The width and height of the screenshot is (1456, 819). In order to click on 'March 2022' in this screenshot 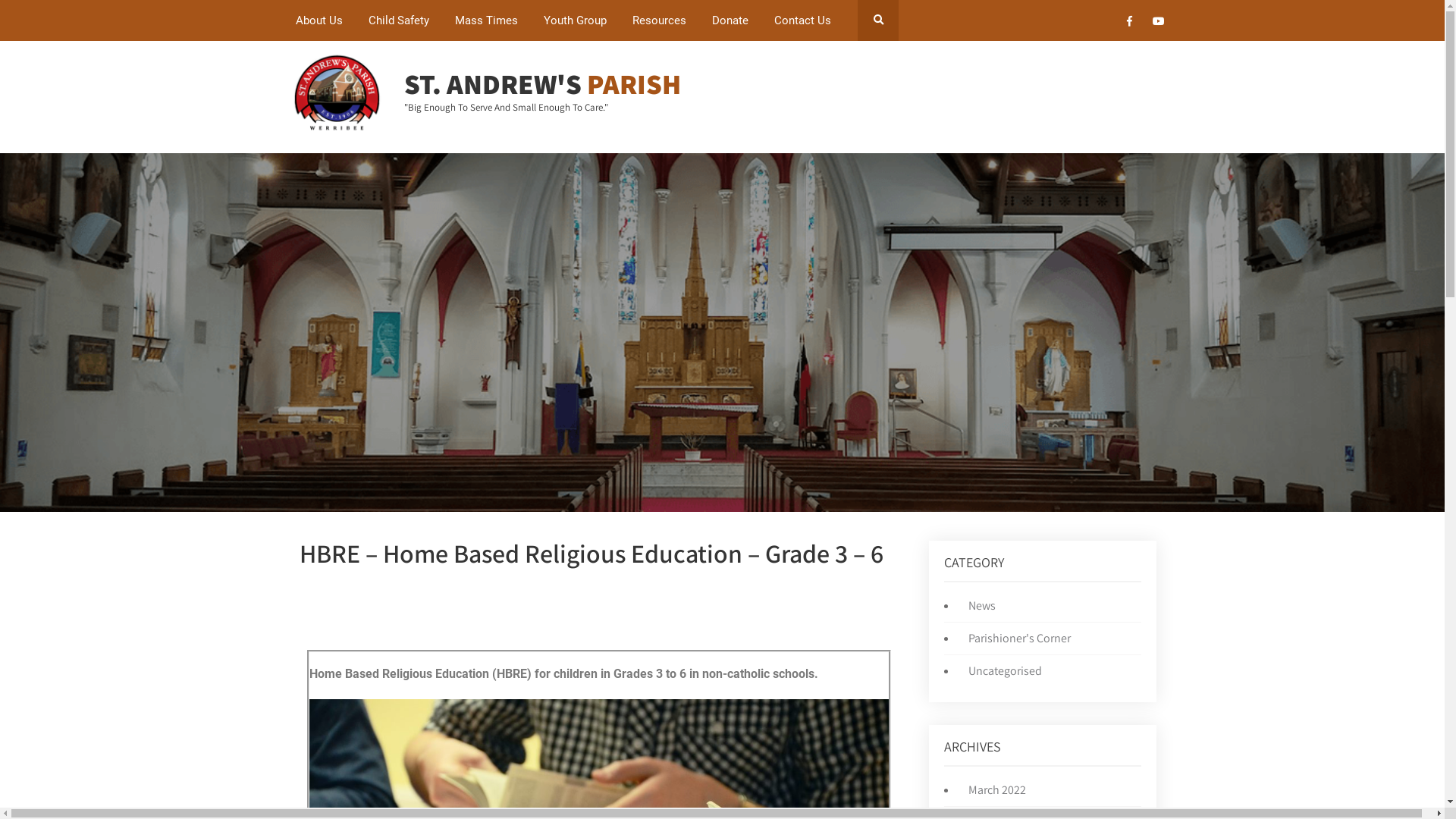, I will do `click(993, 789)`.